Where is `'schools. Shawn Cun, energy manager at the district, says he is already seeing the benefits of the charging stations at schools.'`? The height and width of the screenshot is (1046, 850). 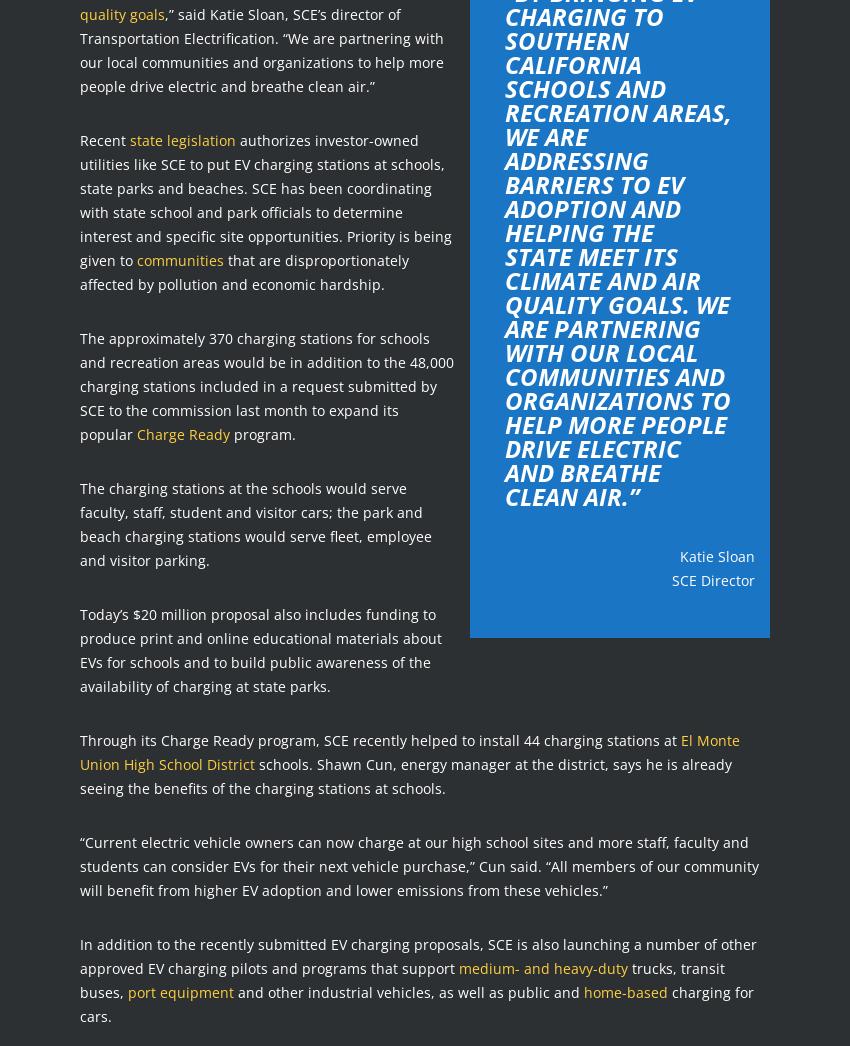
'schools. Shawn Cun, energy manager at the district, says he is already seeing the benefits of the charging stations at schools.' is located at coordinates (405, 774).